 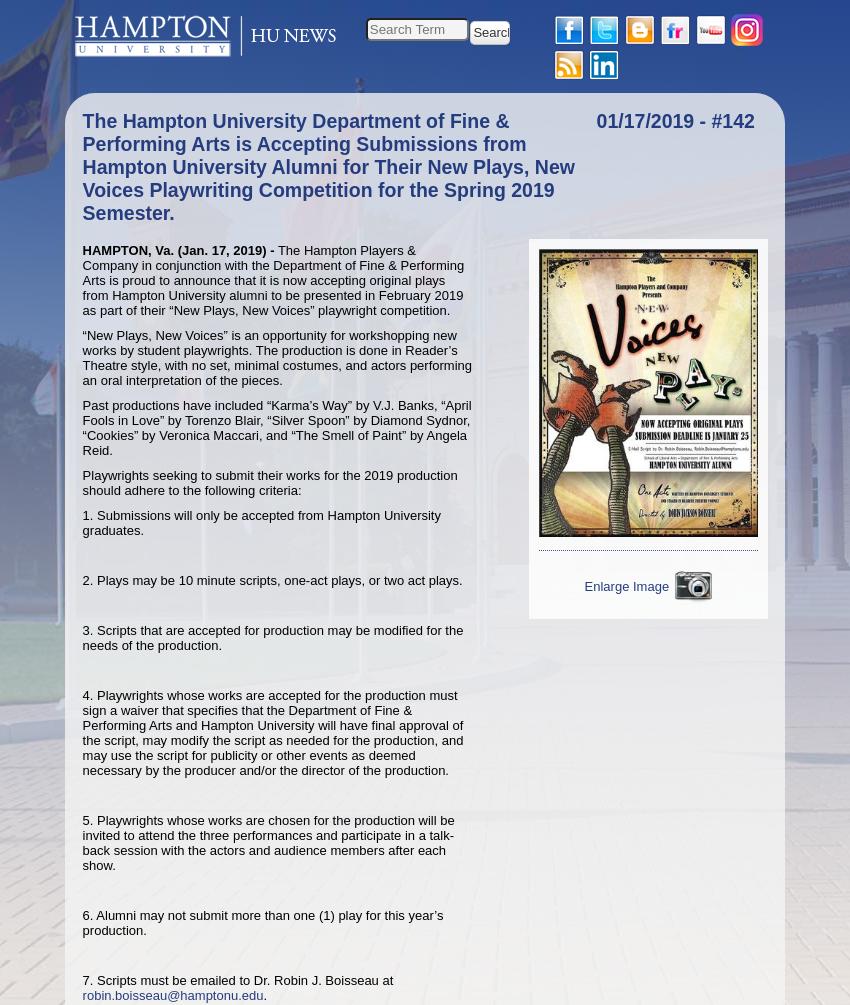 What do you see at coordinates (275, 427) in the screenshot?
I see `'Past productions have included “Karma’s Way” by V.J. Banks, “April Fools in Love” by Torenzo Blair, “Silver Spoon” by Diamond Sydnor, “Cookies” by Veronica Maccari, and “The Smell of Paint” by Angela Reid.'` at bounding box center [275, 427].